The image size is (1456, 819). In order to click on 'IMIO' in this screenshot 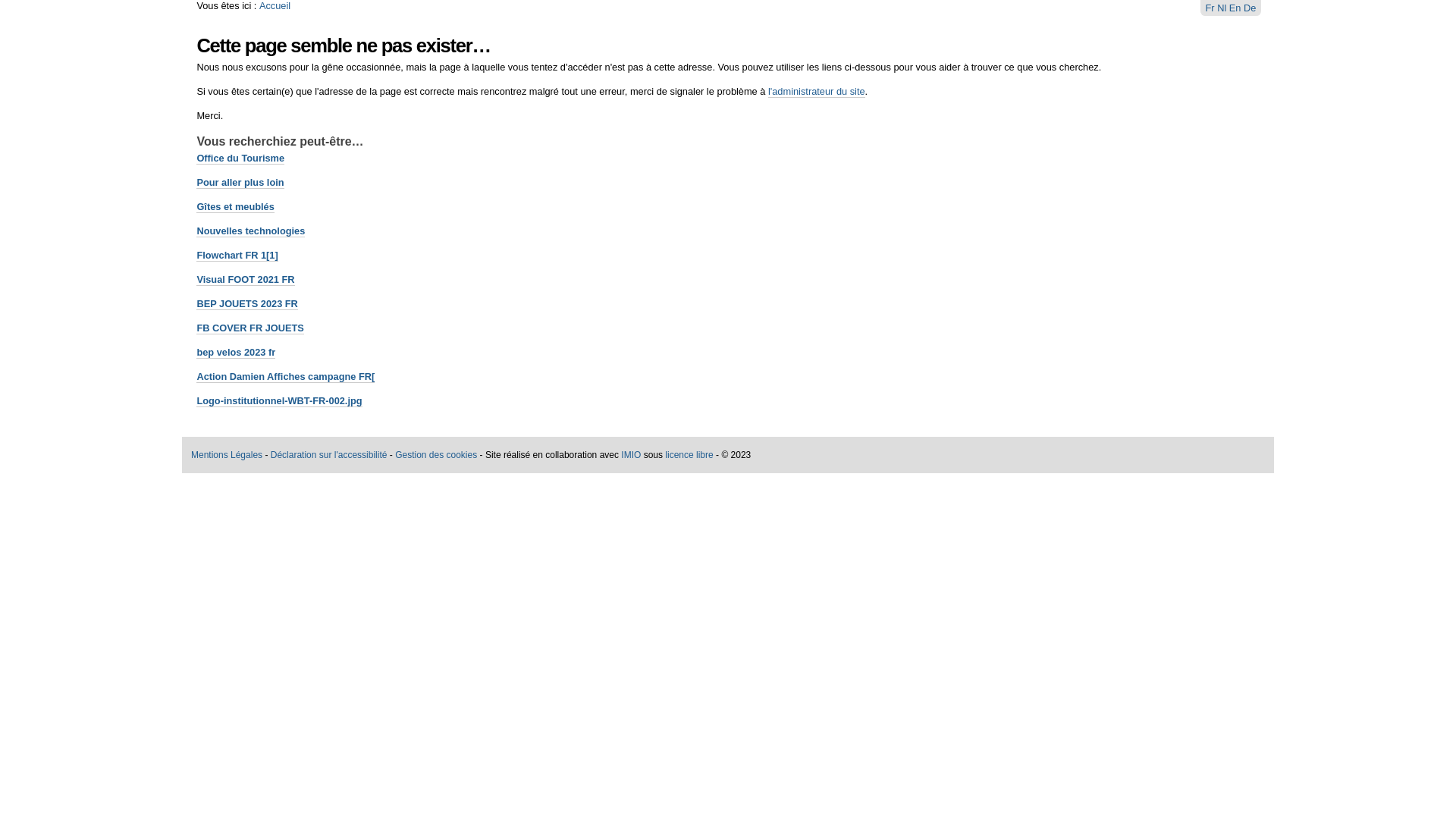, I will do `click(630, 454)`.